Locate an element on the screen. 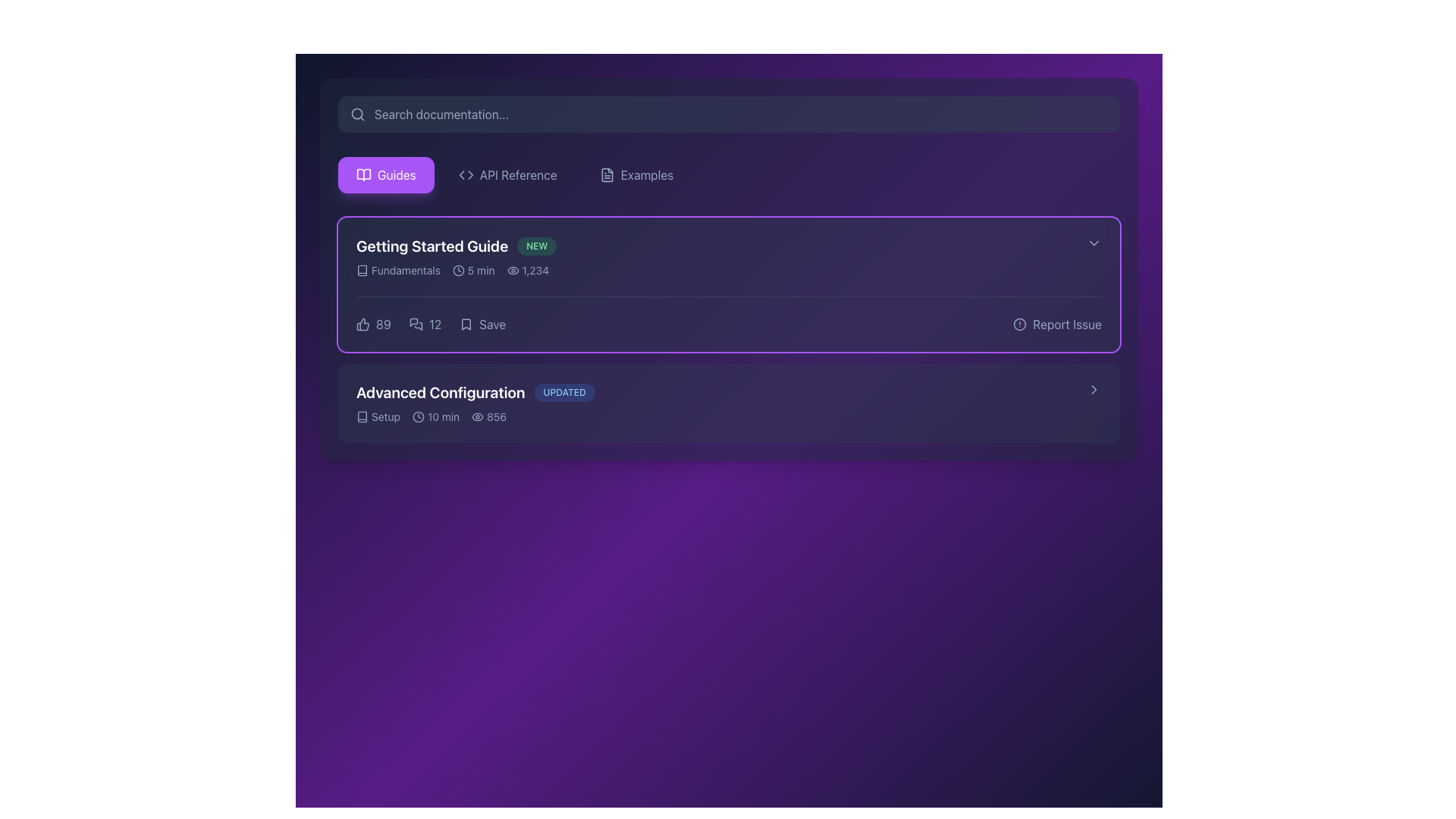  the text element displaying 'Getting Started Guide' which is prominently positioned in the upper-left section of the main content area on a dark blue background is located at coordinates (431, 245).